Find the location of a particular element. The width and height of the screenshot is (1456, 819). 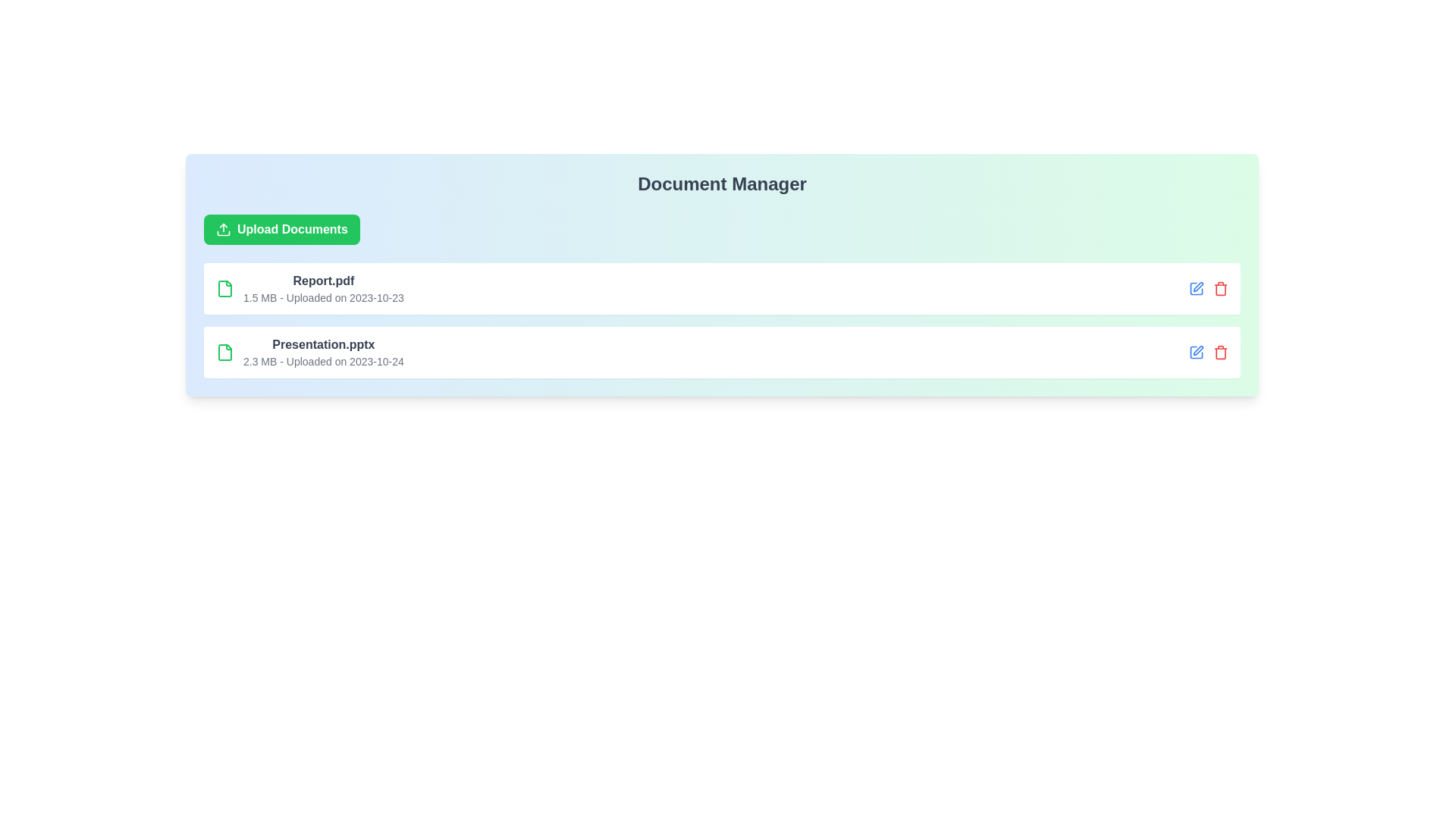

the edit icon resembling a pen or pencil located at the right end of the second row of listed documents for more options is located at coordinates (1197, 287).